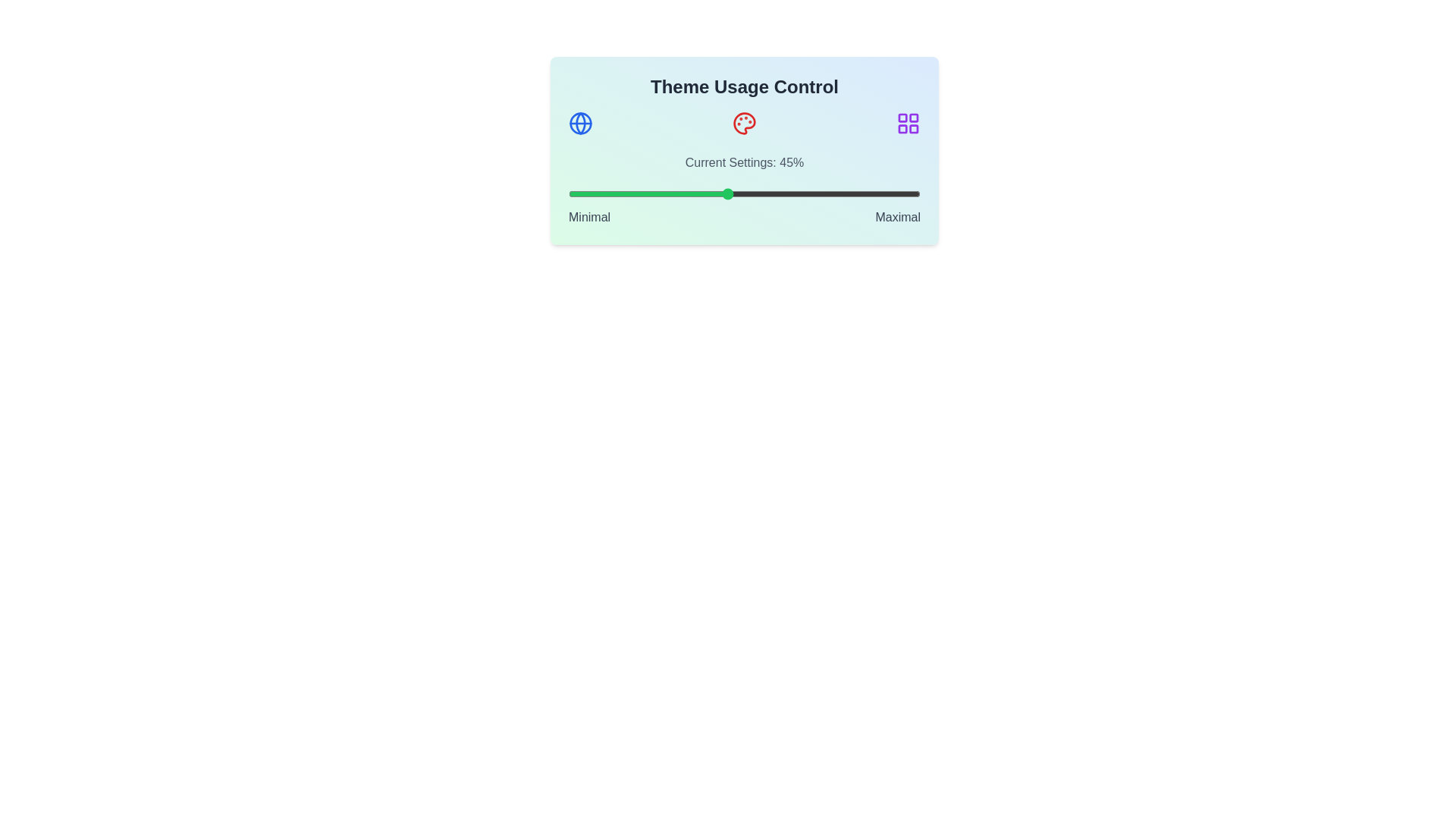 This screenshot has width=1456, height=819. I want to click on the slider to set the theme usage percentage to 77, so click(839, 193).